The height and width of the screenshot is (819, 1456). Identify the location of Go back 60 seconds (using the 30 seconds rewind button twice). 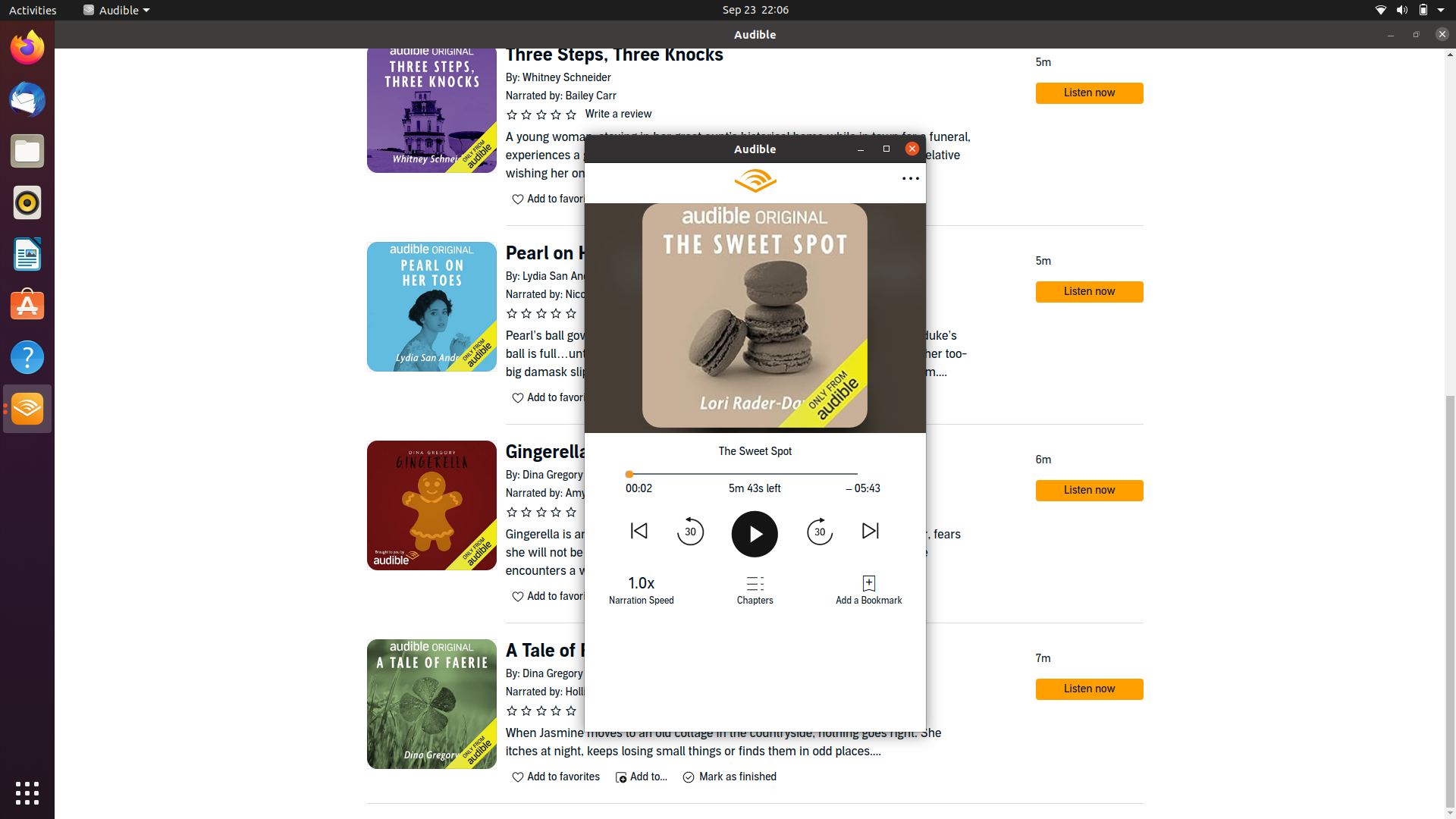
(691, 529).